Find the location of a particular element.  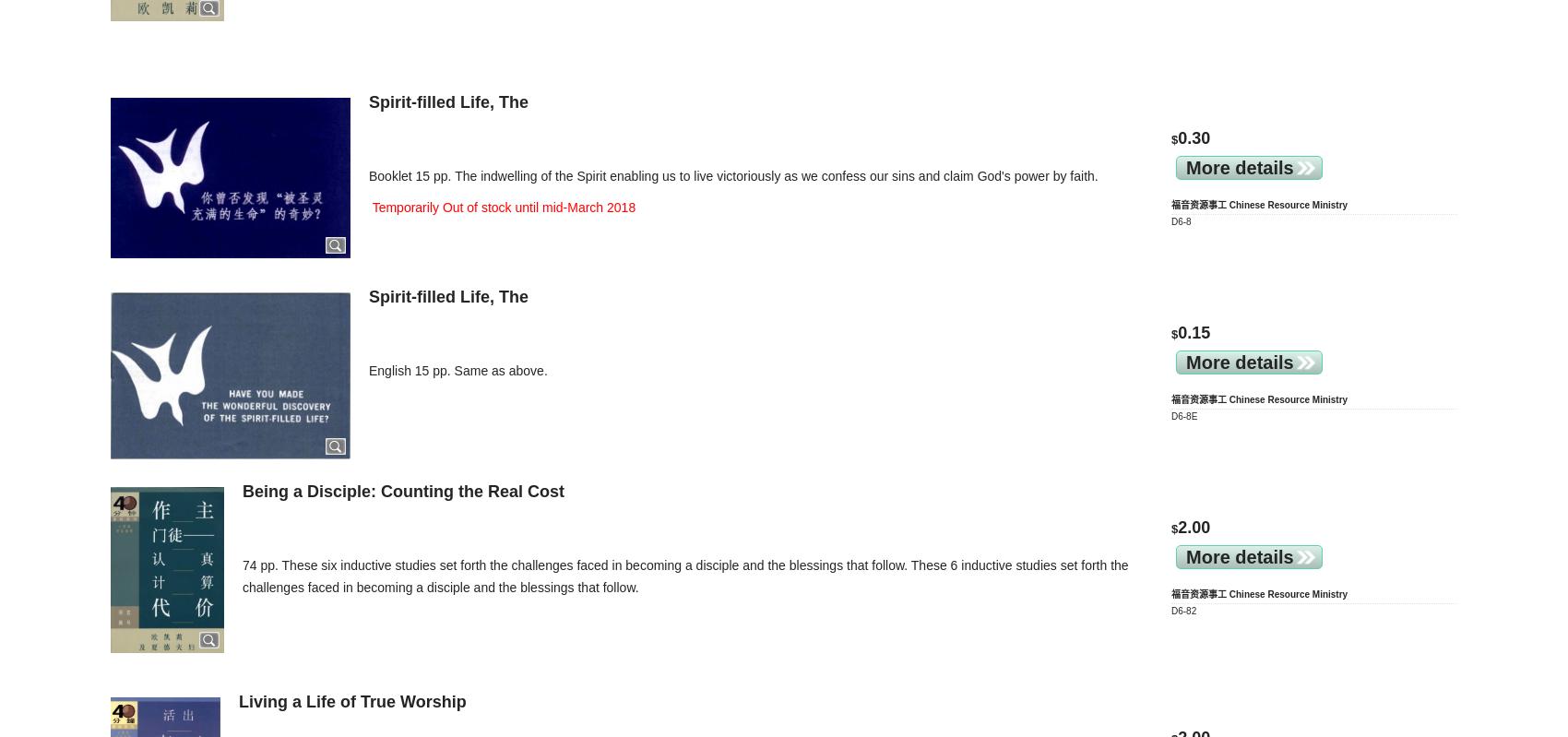

'English 15 pp. Same as above.' is located at coordinates (457, 369).